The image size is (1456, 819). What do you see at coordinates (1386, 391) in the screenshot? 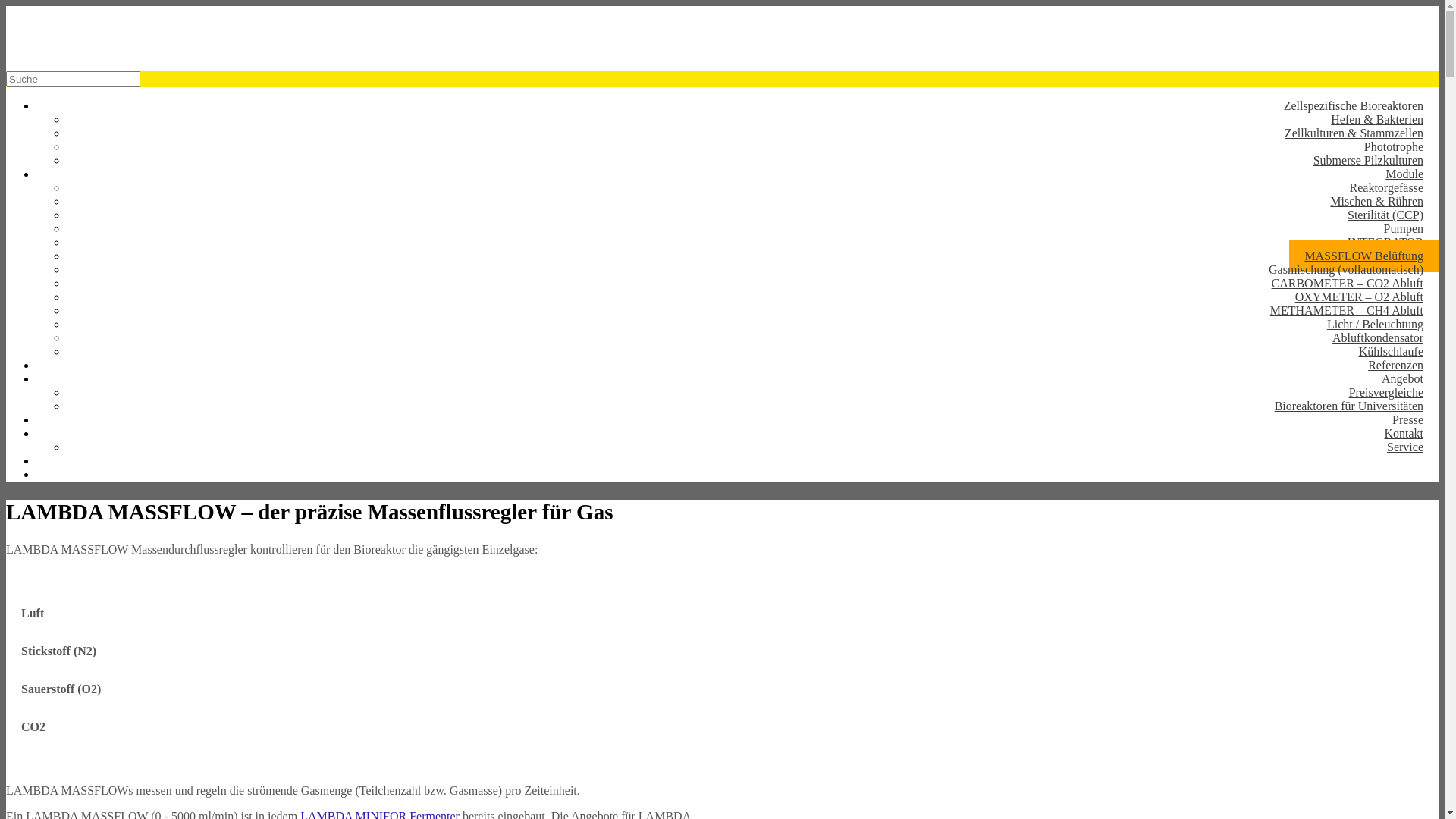
I see `'Preisvergleiche'` at bounding box center [1386, 391].